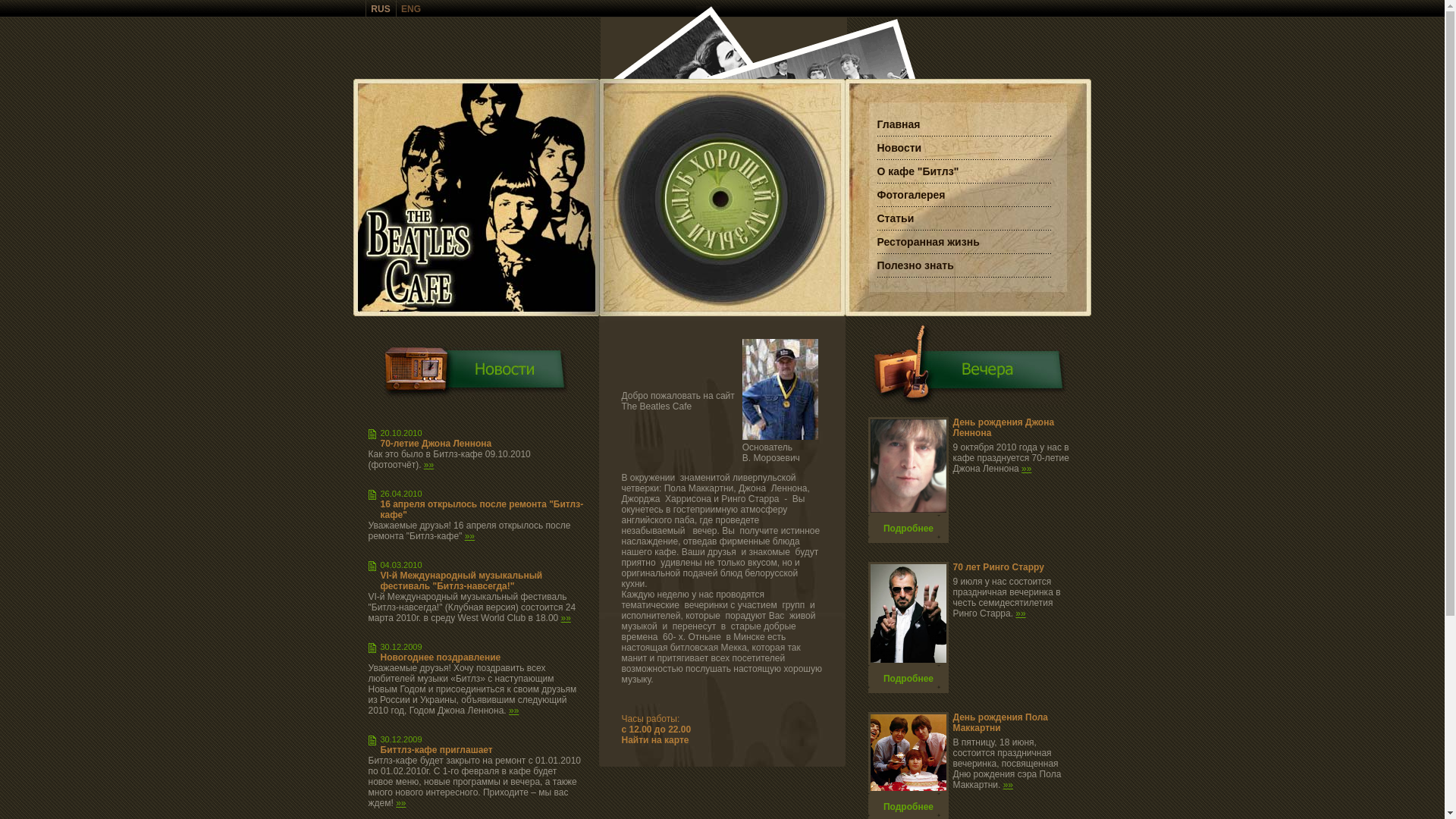  What do you see at coordinates (401, 739) in the screenshot?
I see `'30.12.2009'` at bounding box center [401, 739].